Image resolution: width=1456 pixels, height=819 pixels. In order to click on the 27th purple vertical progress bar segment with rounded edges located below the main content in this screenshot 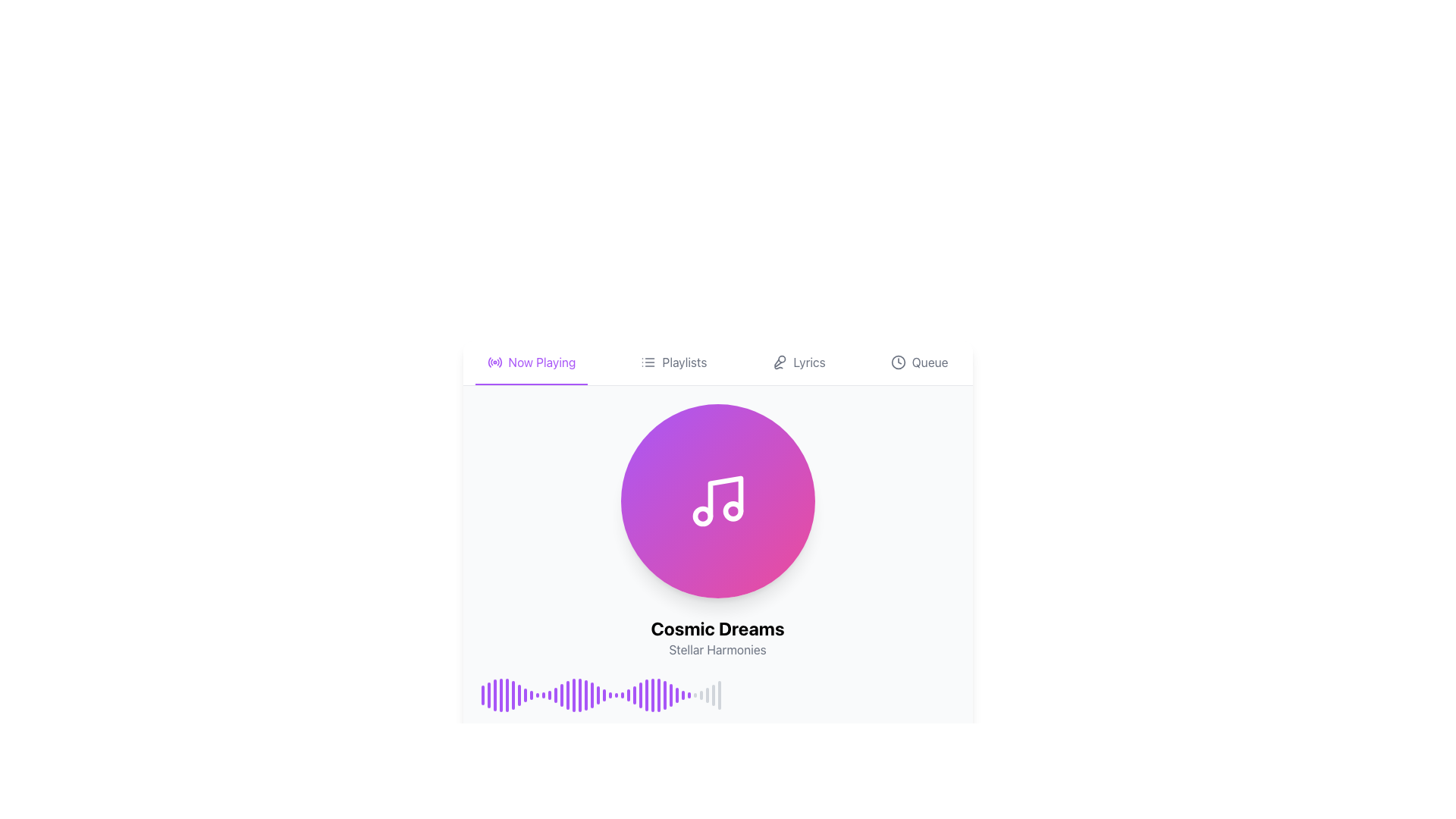, I will do `click(658, 695)`.